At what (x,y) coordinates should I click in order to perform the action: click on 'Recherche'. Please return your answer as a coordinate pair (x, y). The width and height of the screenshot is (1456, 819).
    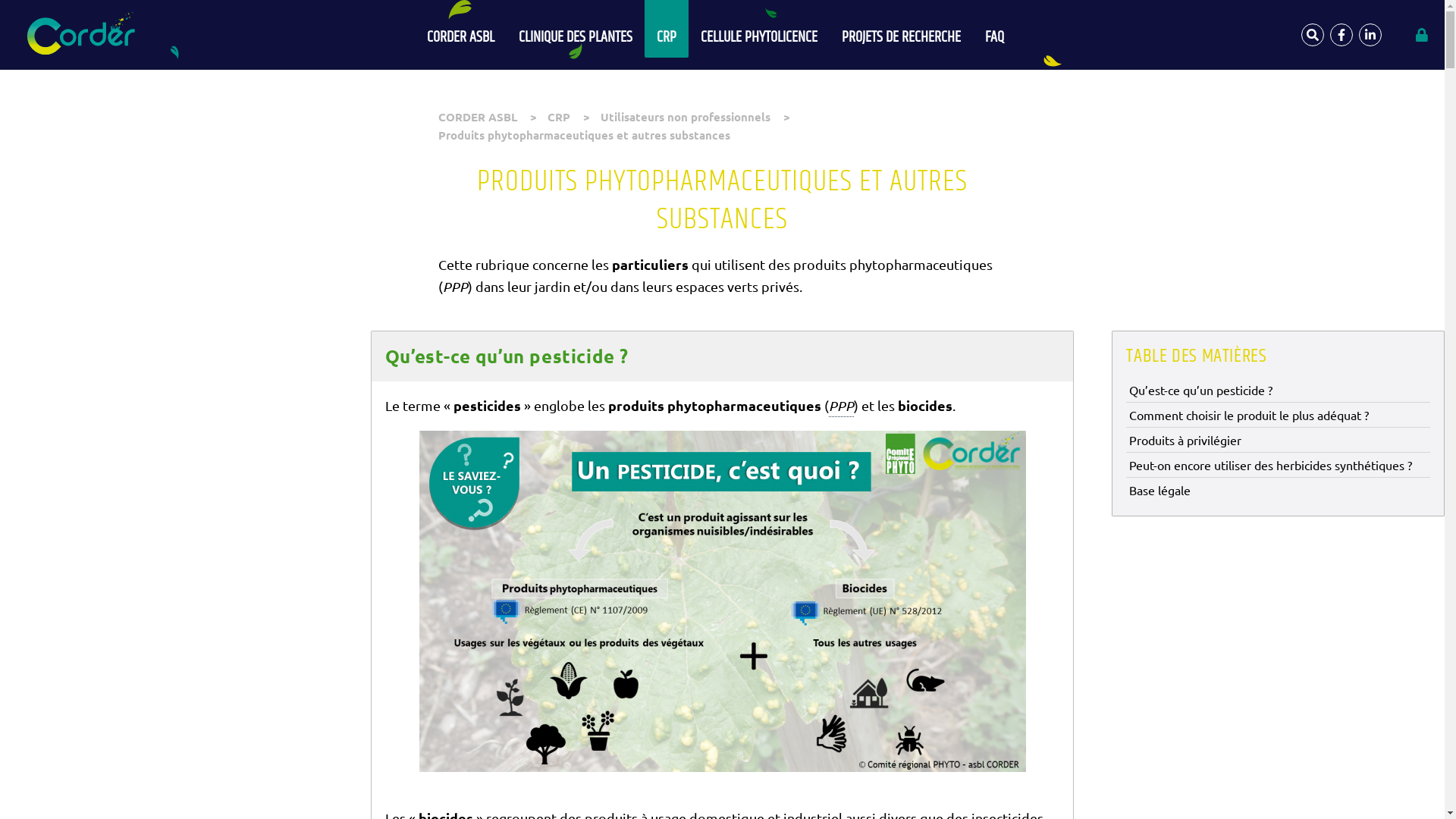
    Looking at the image, I should click on (1301, 34).